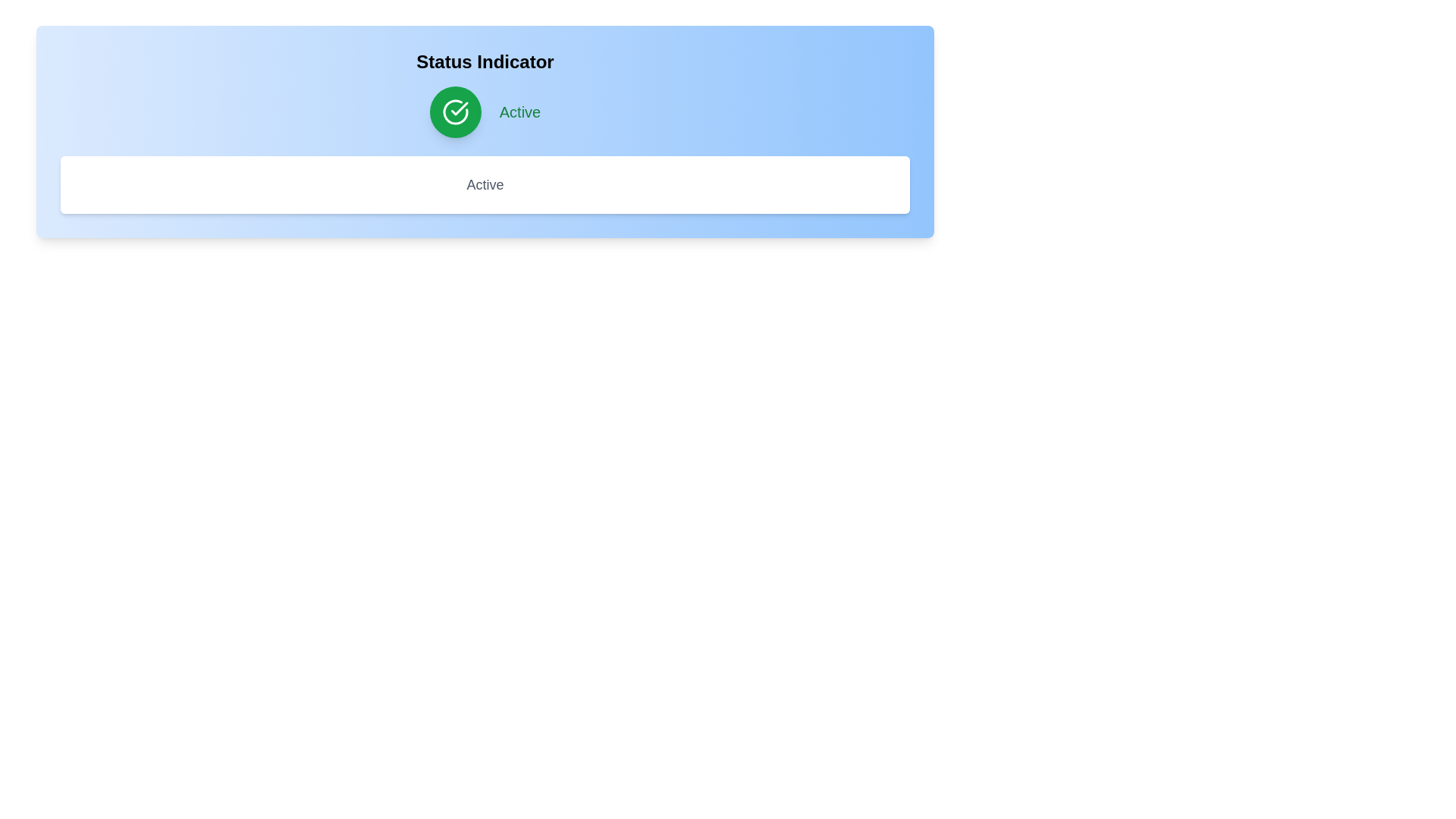 This screenshot has height=819, width=1456. What do you see at coordinates (454, 111) in the screenshot?
I see `the button to observe the hover effect` at bounding box center [454, 111].